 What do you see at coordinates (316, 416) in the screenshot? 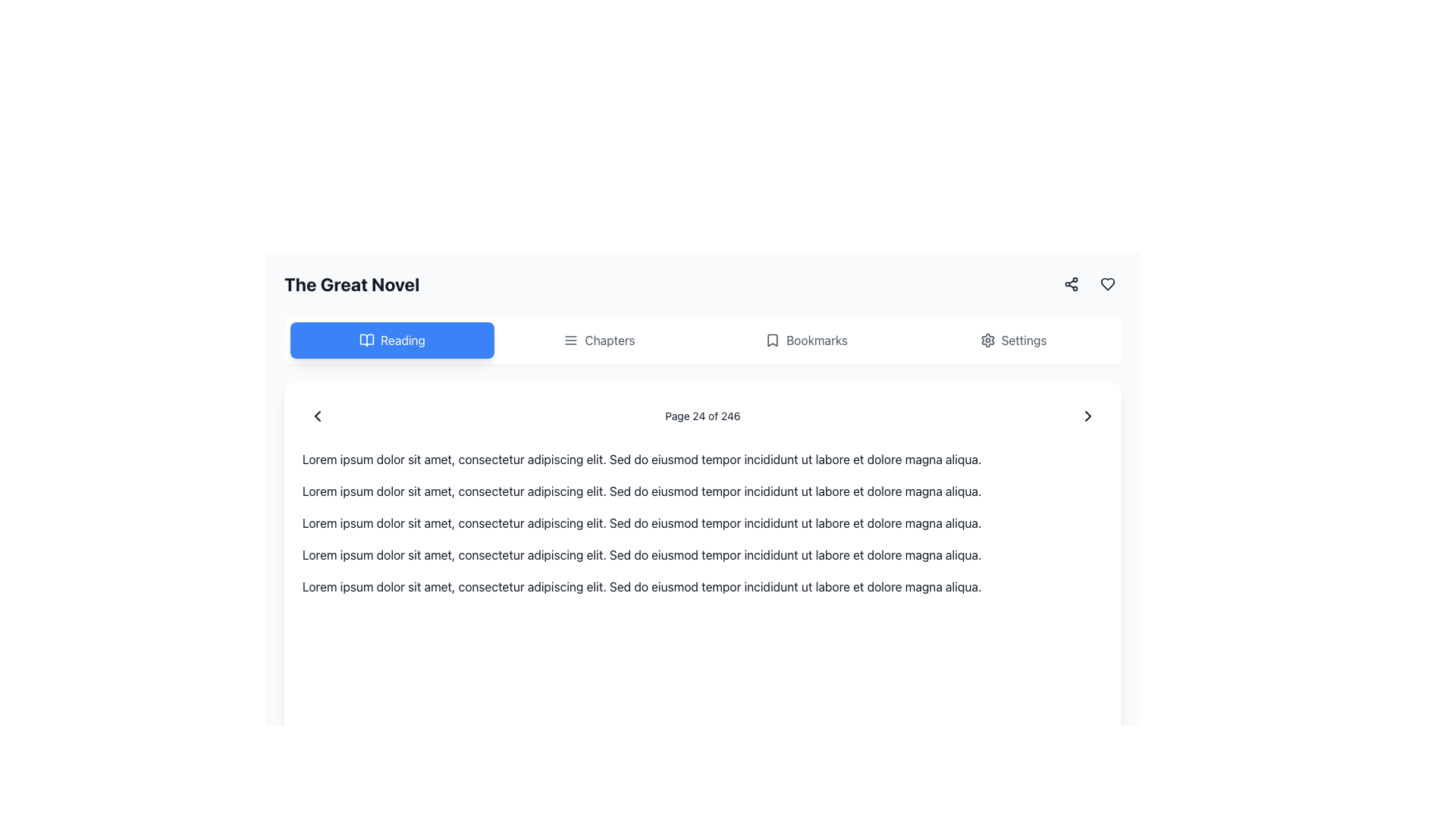
I see `the left-pointing chevron arrow icon located in the top section of the interface, to the left of the main navigation header` at bounding box center [316, 416].